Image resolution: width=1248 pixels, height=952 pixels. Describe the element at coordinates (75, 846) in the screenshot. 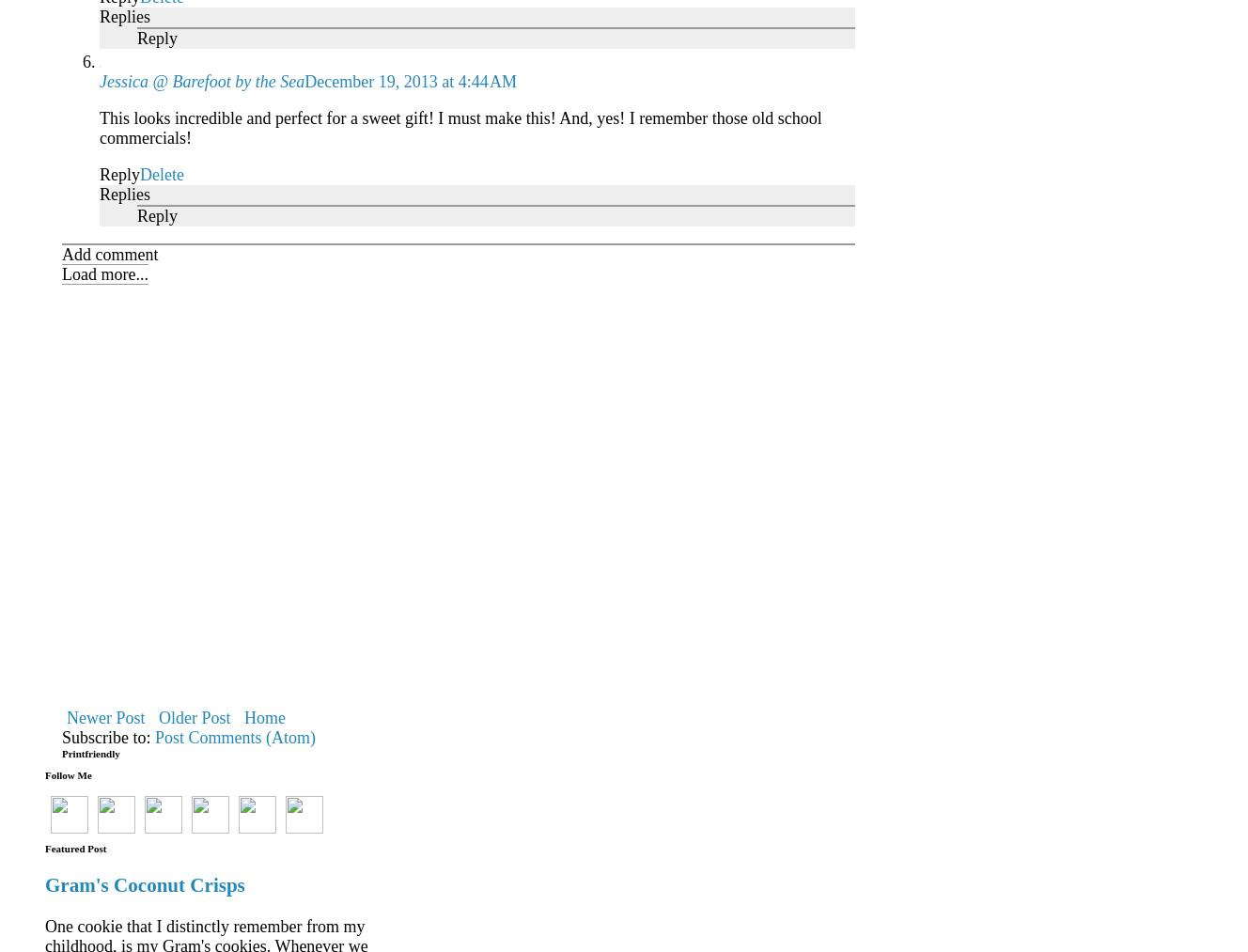

I see `'Featured Post'` at that location.